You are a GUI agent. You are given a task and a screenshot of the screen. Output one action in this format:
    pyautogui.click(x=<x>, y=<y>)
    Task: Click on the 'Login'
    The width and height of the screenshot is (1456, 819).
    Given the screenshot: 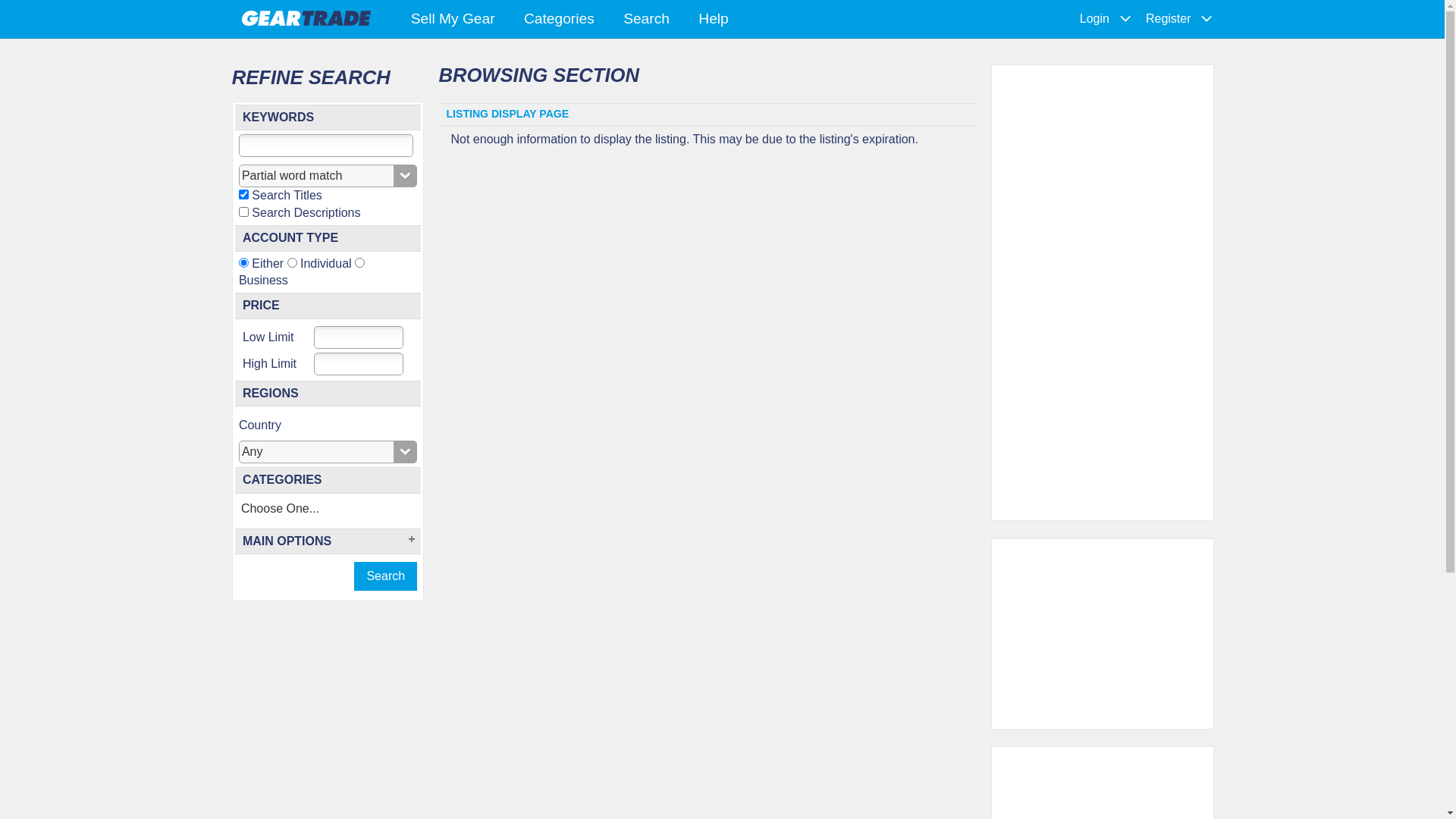 What is the action you would take?
    pyautogui.click(x=1094, y=18)
    